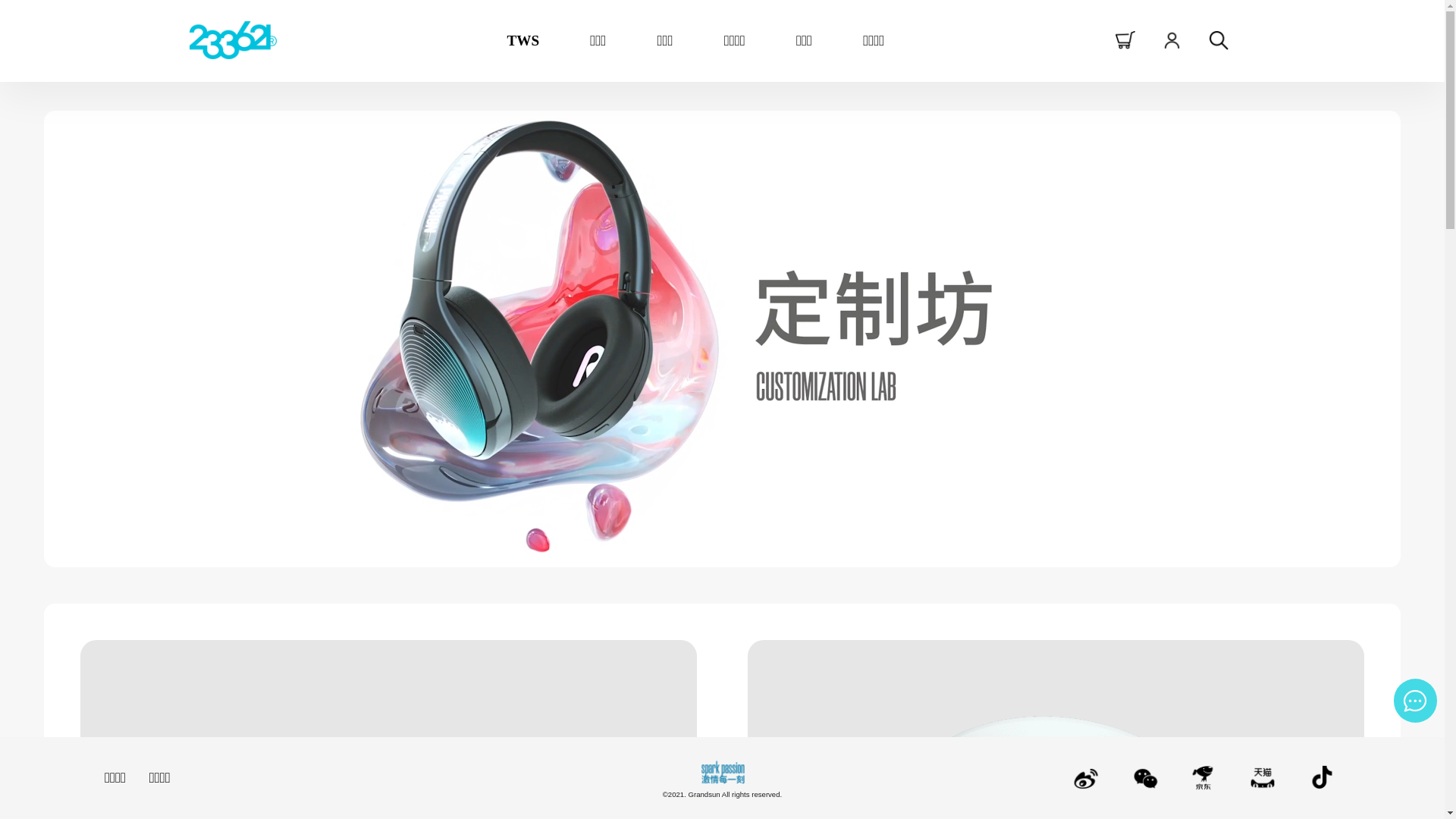 Image resolution: width=1456 pixels, height=819 pixels. What do you see at coordinates (523, 39) in the screenshot?
I see `'TWS'` at bounding box center [523, 39].